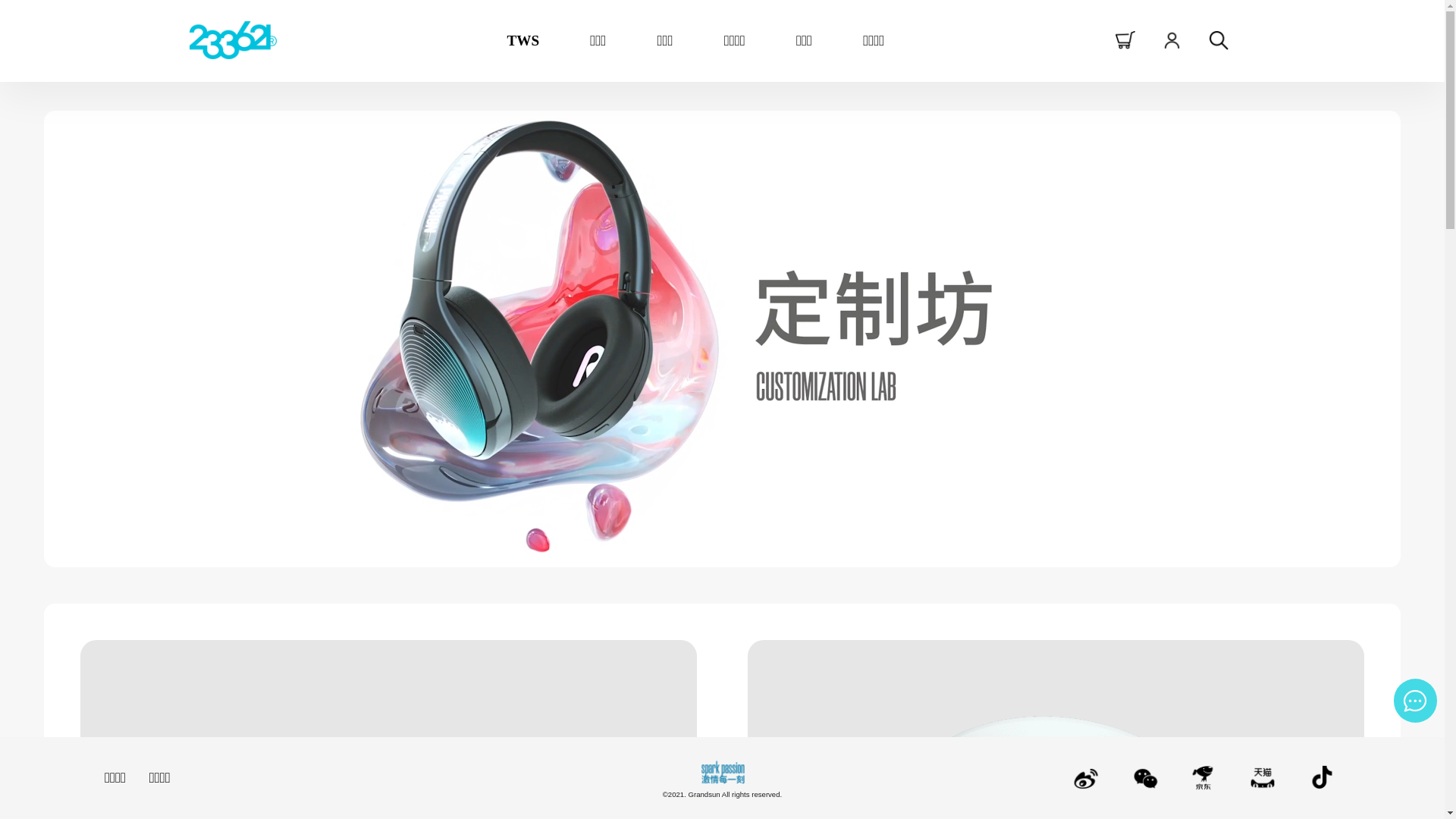 Image resolution: width=1456 pixels, height=819 pixels. What do you see at coordinates (523, 39) in the screenshot?
I see `'TWS'` at bounding box center [523, 39].